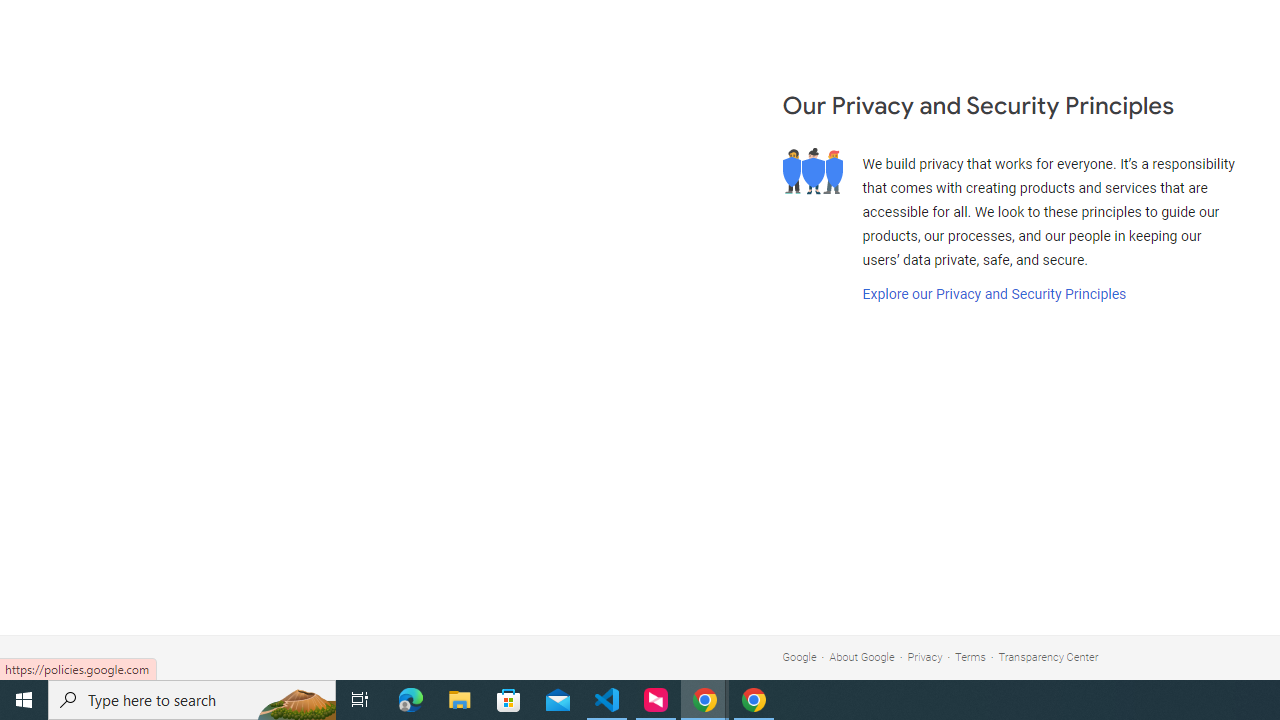  Describe the element at coordinates (993, 294) in the screenshot. I see `'Explore our Privacy and Security Principles'` at that location.